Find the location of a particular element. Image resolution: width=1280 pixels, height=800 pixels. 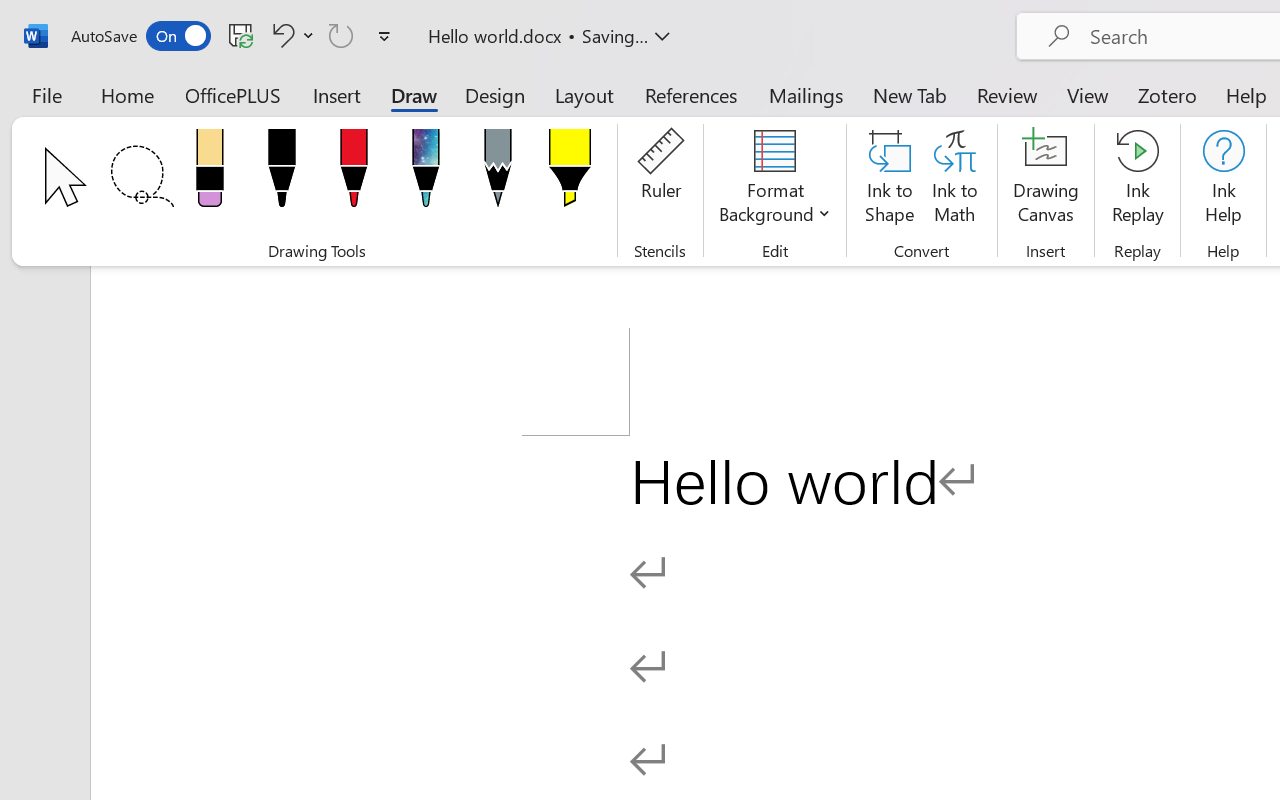

'Insert' is located at coordinates (337, 94).